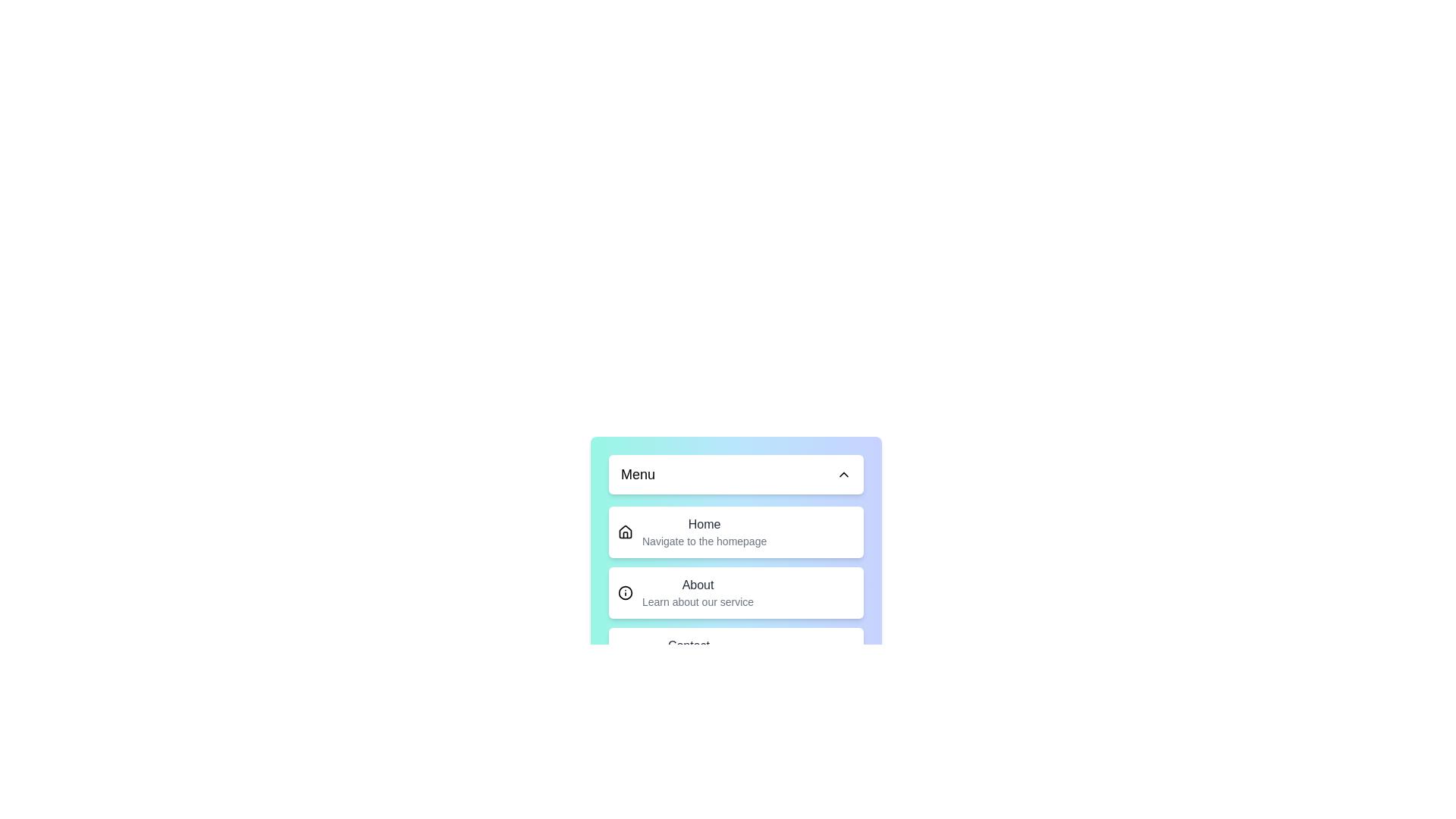 Image resolution: width=1456 pixels, height=819 pixels. Describe the element at coordinates (736, 532) in the screenshot. I see `the menu item Home to navigate` at that location.